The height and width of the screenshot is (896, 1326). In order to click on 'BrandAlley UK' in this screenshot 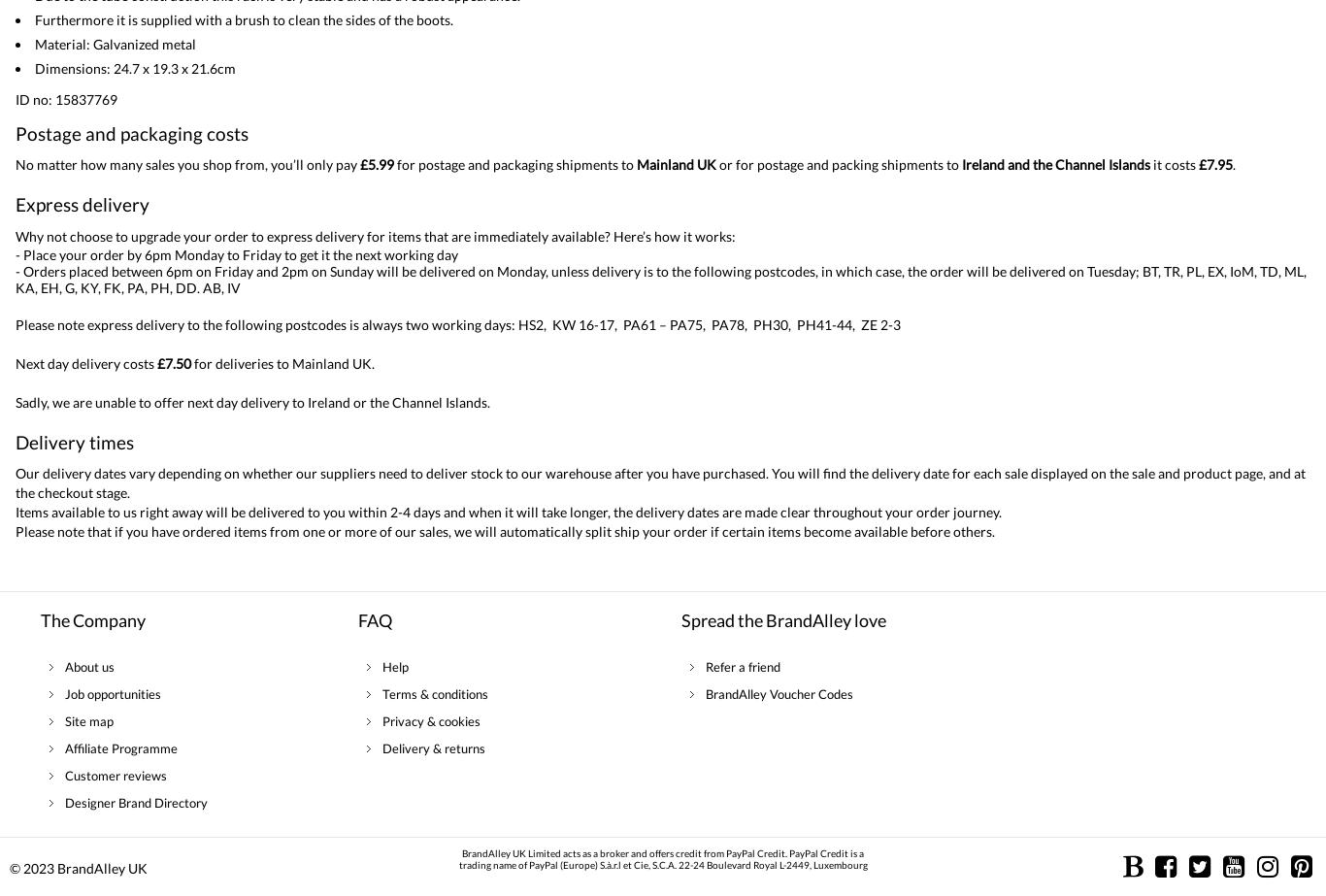, I will do `click(102, 866)`.